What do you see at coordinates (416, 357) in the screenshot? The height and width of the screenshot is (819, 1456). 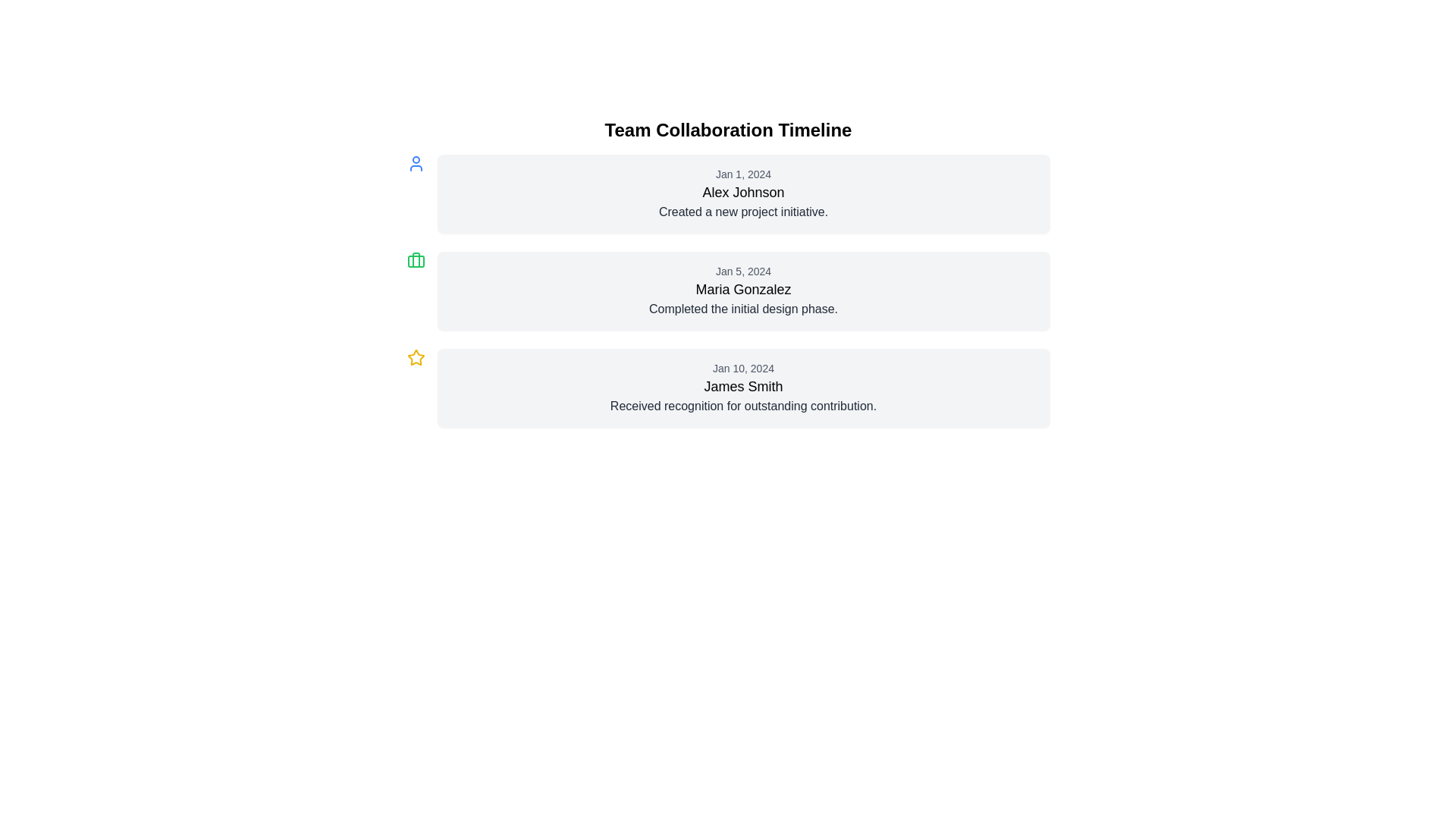 I see `the yellow star-shaped icon located to the left of the text content in the last timeline entry for interaction` at bounding box center [416, 357].